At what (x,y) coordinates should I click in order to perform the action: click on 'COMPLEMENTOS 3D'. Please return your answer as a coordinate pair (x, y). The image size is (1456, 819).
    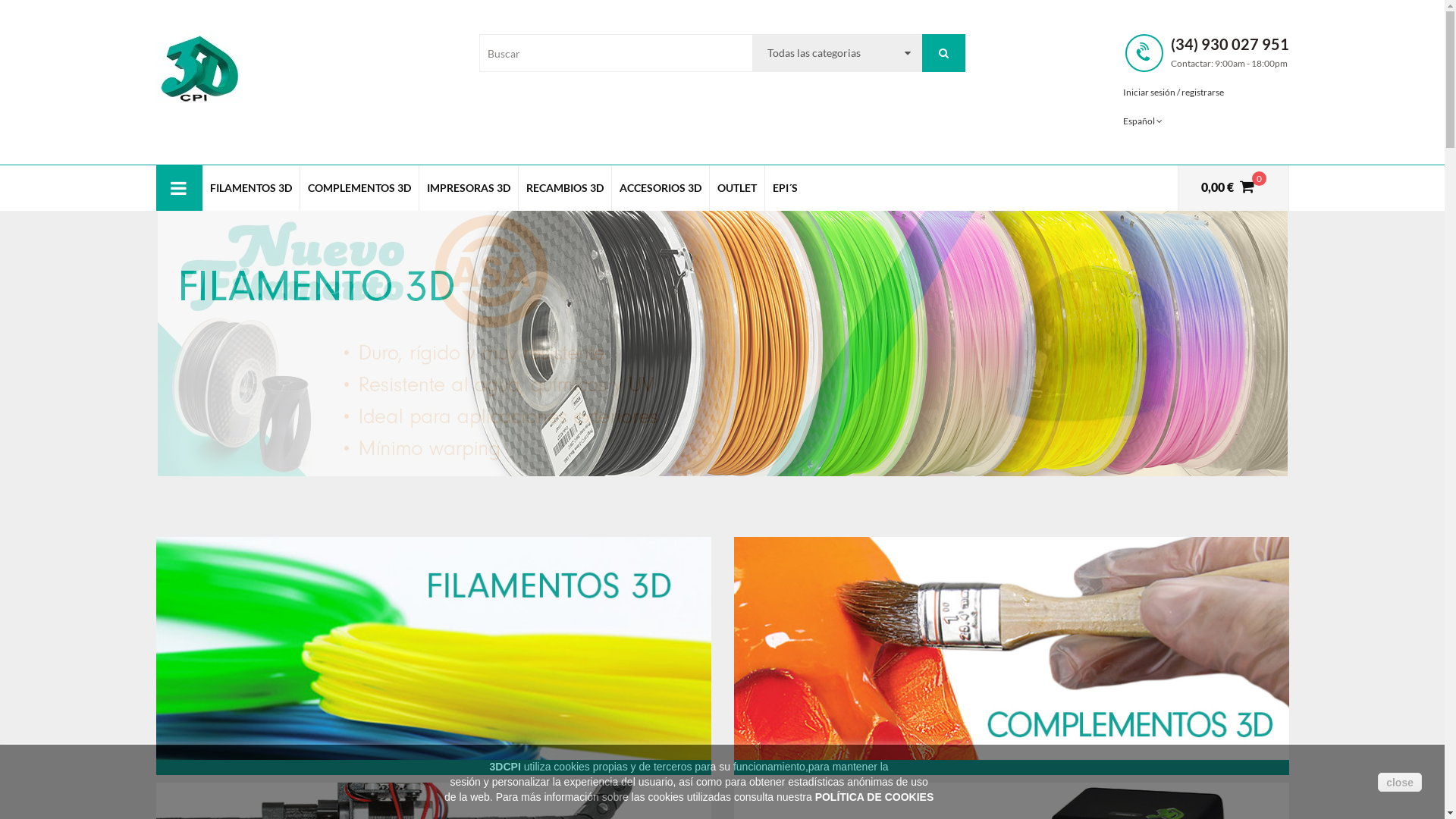
    Looking at the image, I should click on (359, 187).